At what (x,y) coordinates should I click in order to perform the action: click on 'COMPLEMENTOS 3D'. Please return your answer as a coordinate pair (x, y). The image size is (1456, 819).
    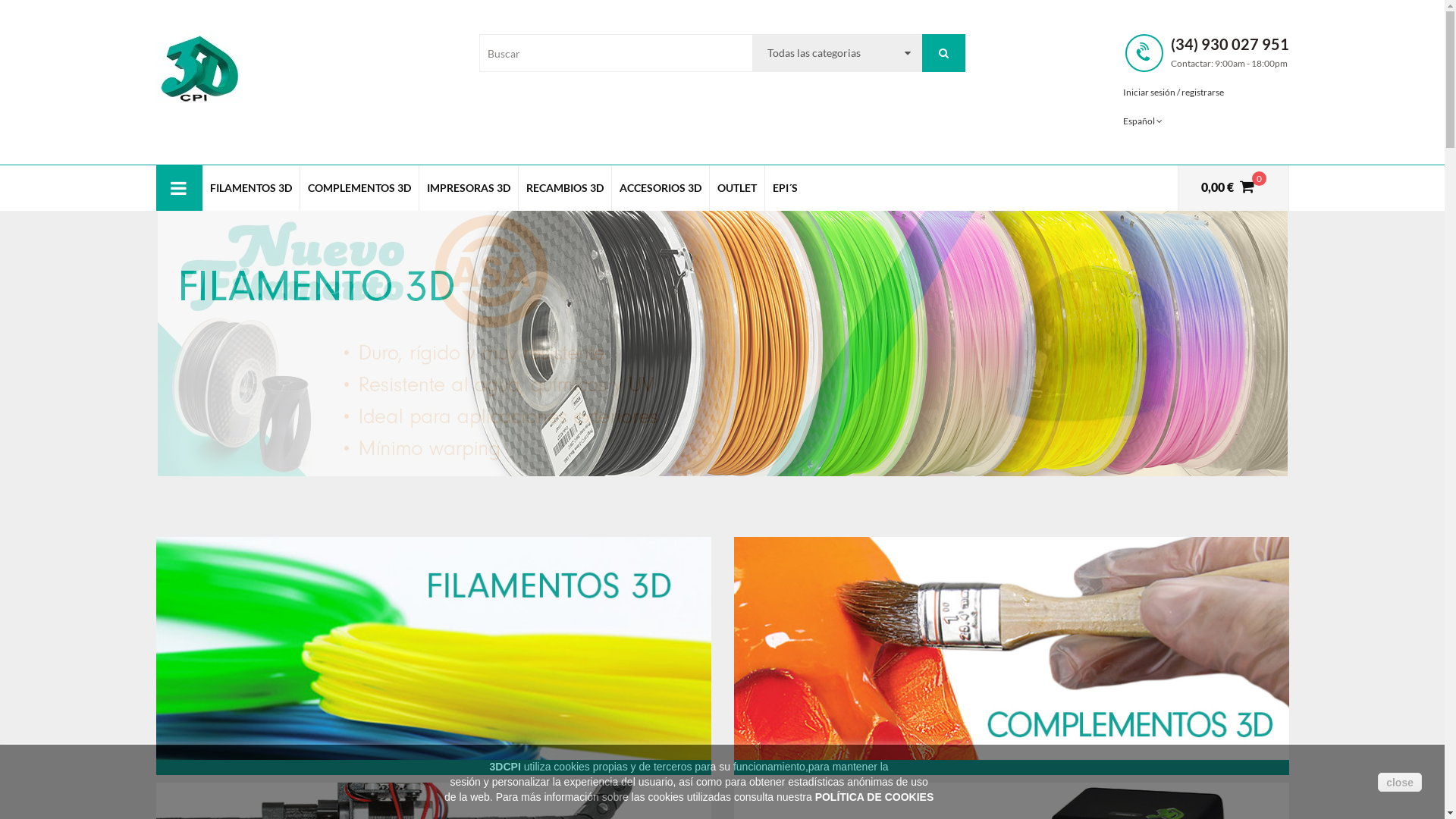
    Looking at the image, I should click on (359, 187).